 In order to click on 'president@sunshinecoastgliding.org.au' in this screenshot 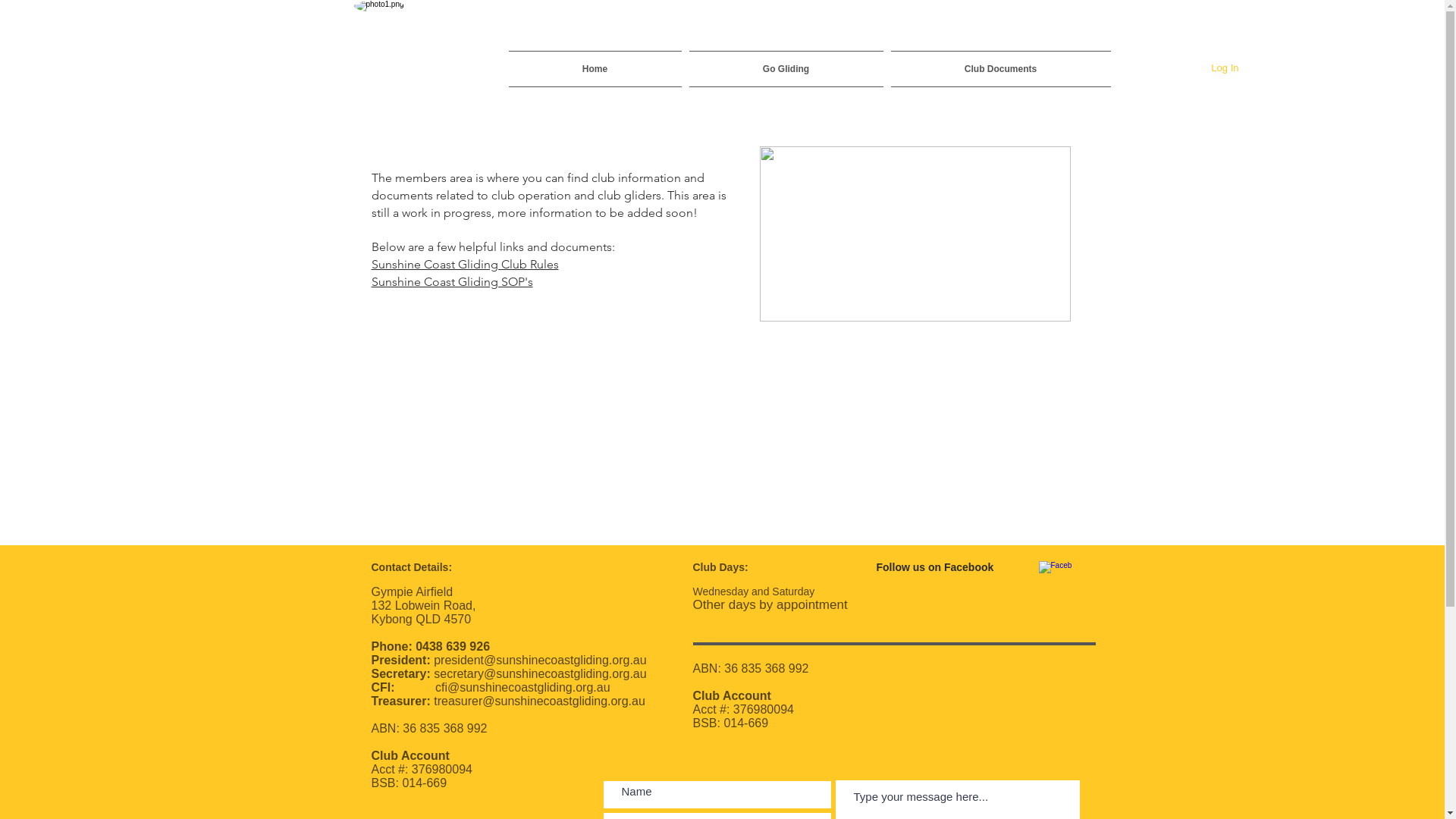, I will do `click(539, 659)`.